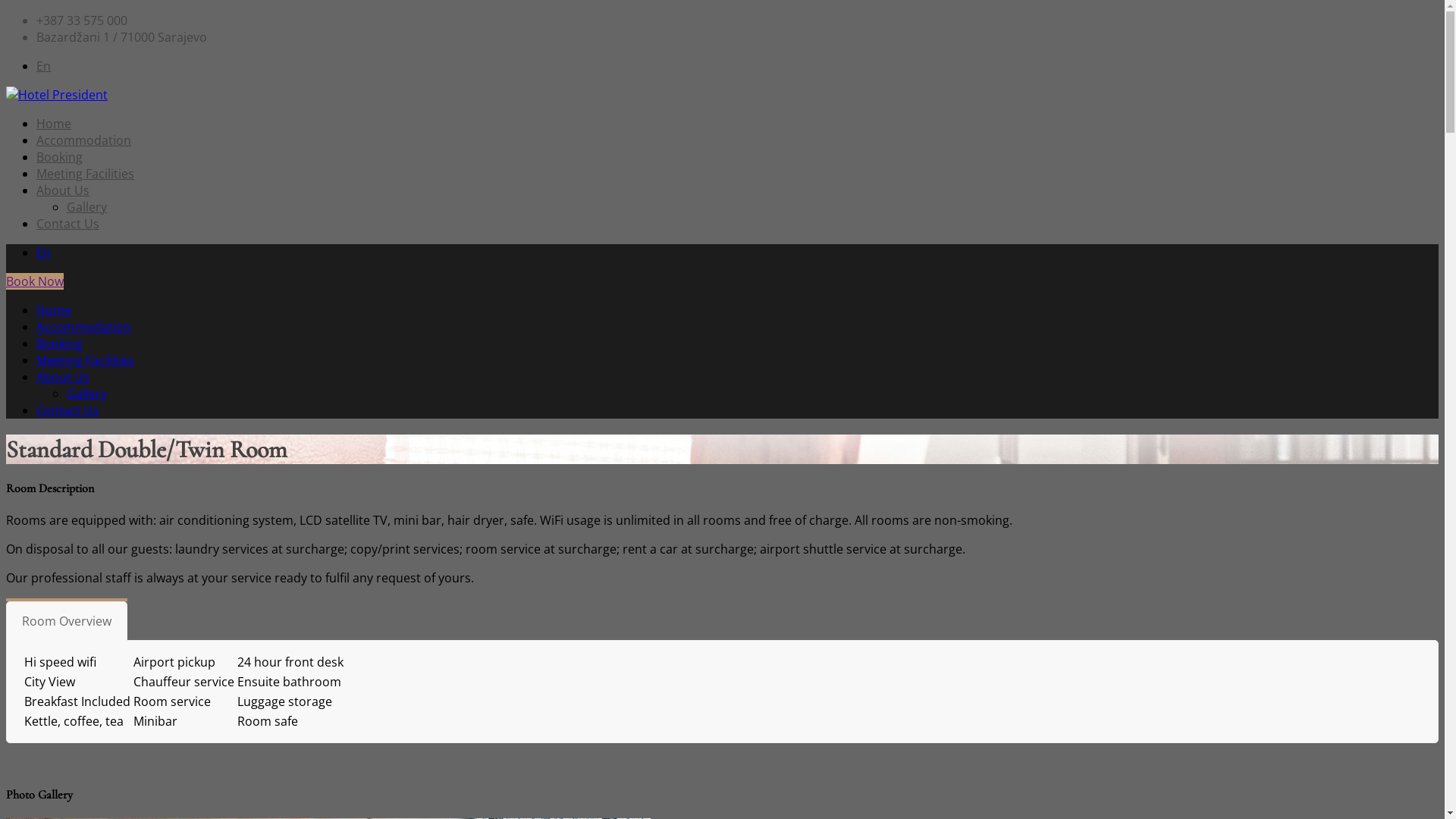 The height and width of the screenshot is (819, 1456). Describe the element at coordinates (36, 376) in the screenshot. I see `'About Us'` at that location.